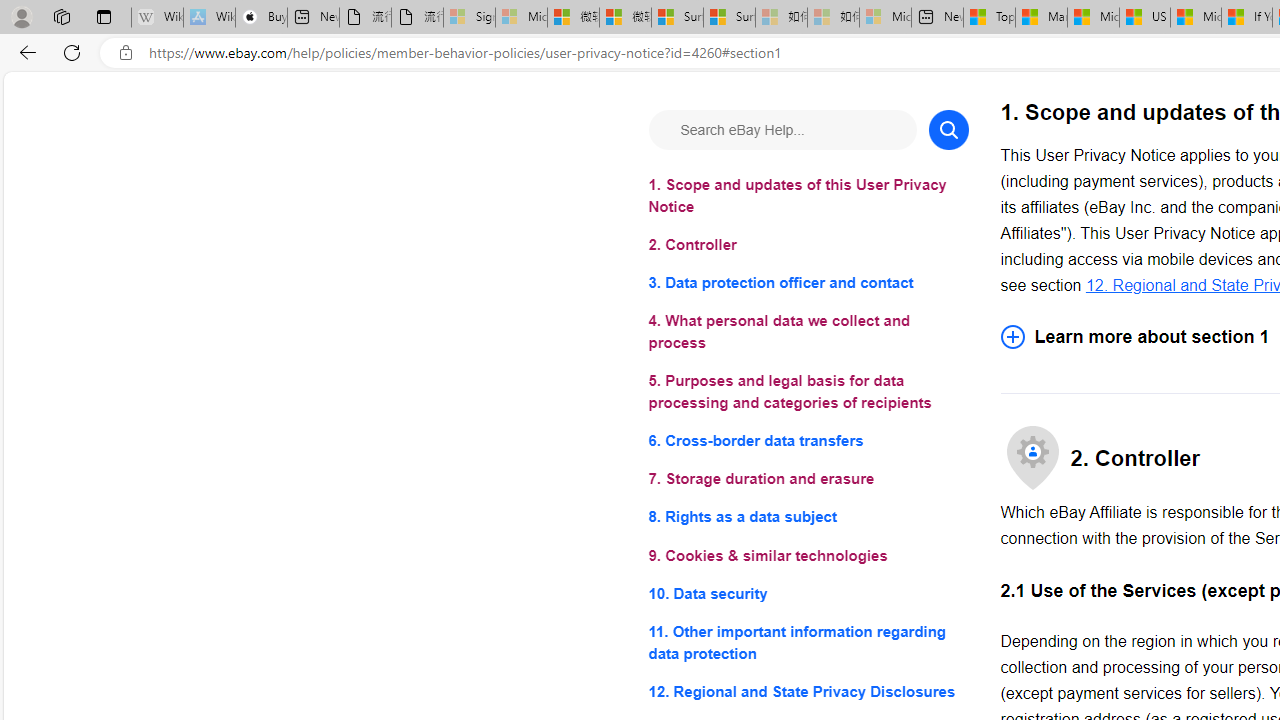 This screenshot has height=720, width=1280. Describe the element at coordinates (808, 479) in the screenshot. I see `'7. Storage duration and erasure'` at that location.